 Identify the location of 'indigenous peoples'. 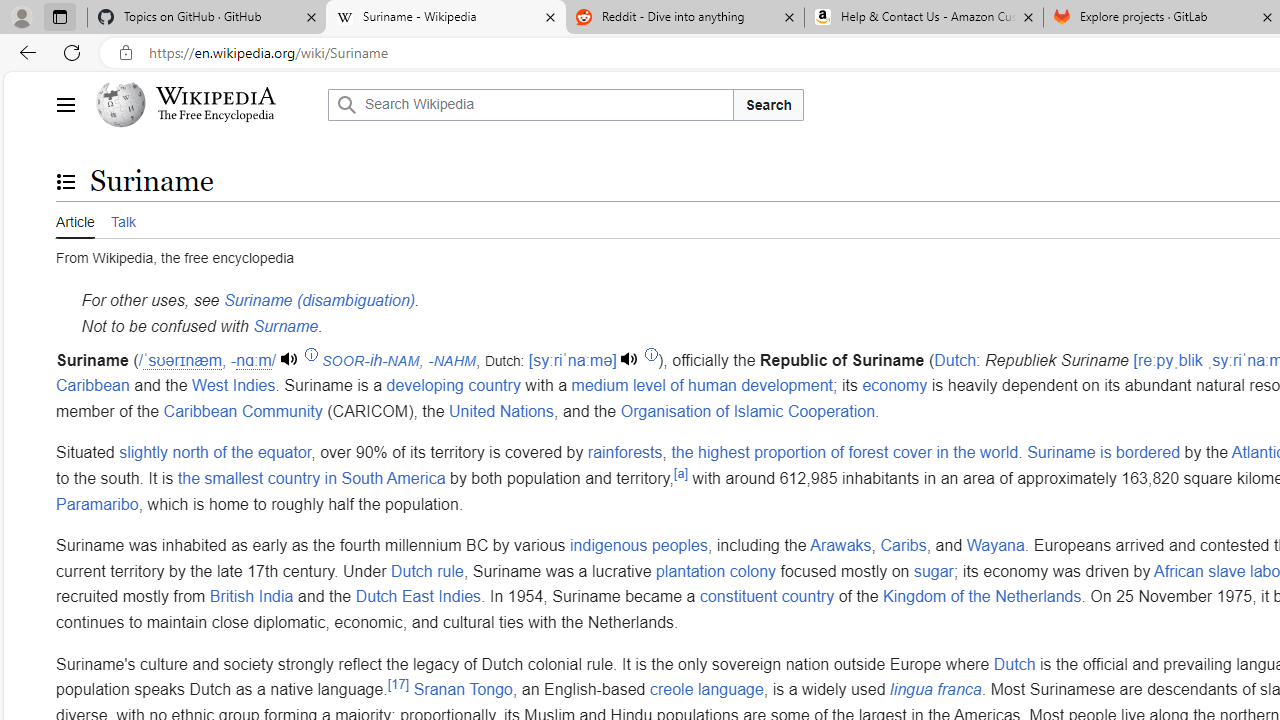
(637, 546).